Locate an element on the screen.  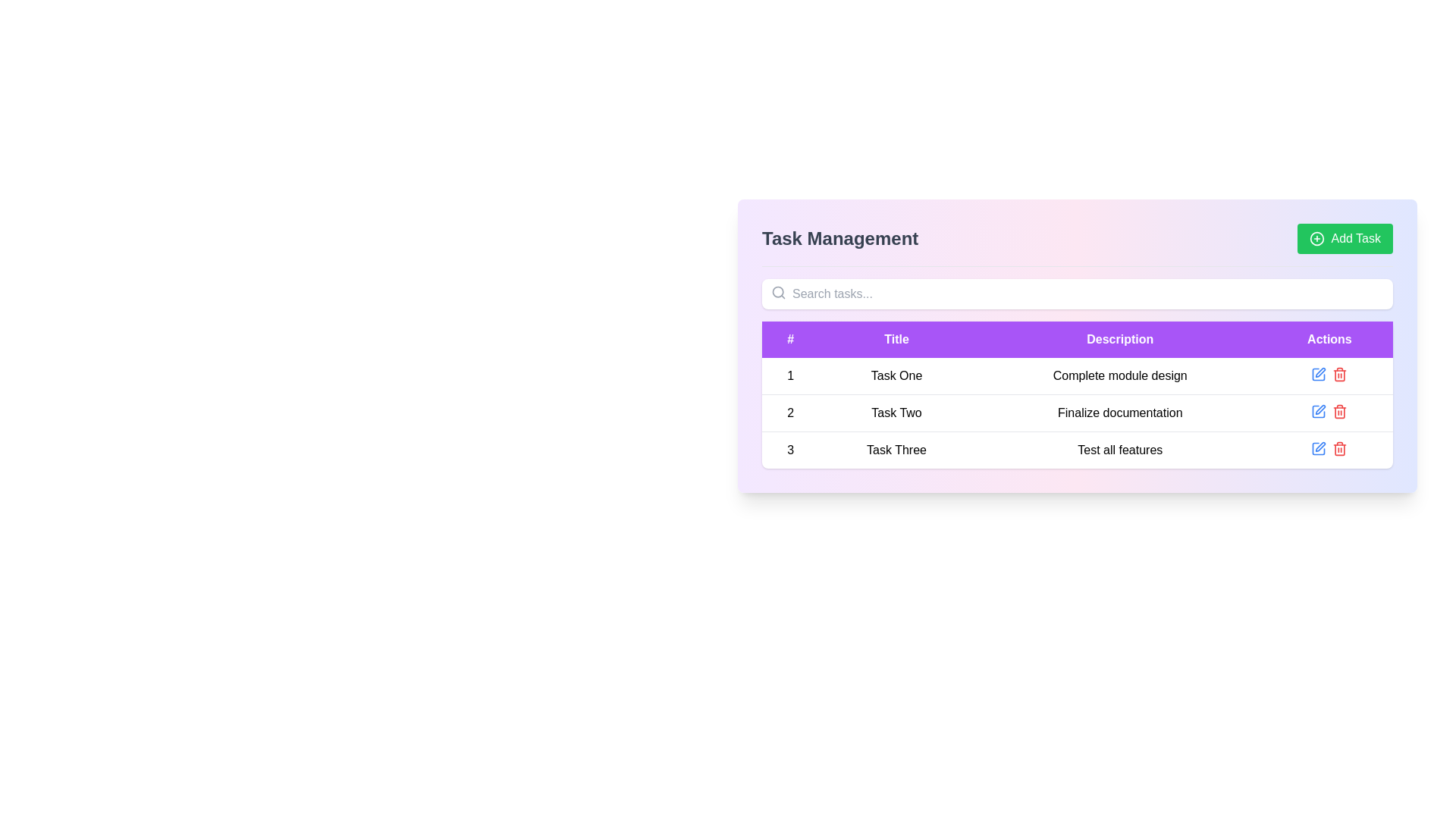
the text label displaying the number '2' in the first column of the table under the column labeled '#', which is part of the row for 'Task Two' is located at coordinates (789, 413).